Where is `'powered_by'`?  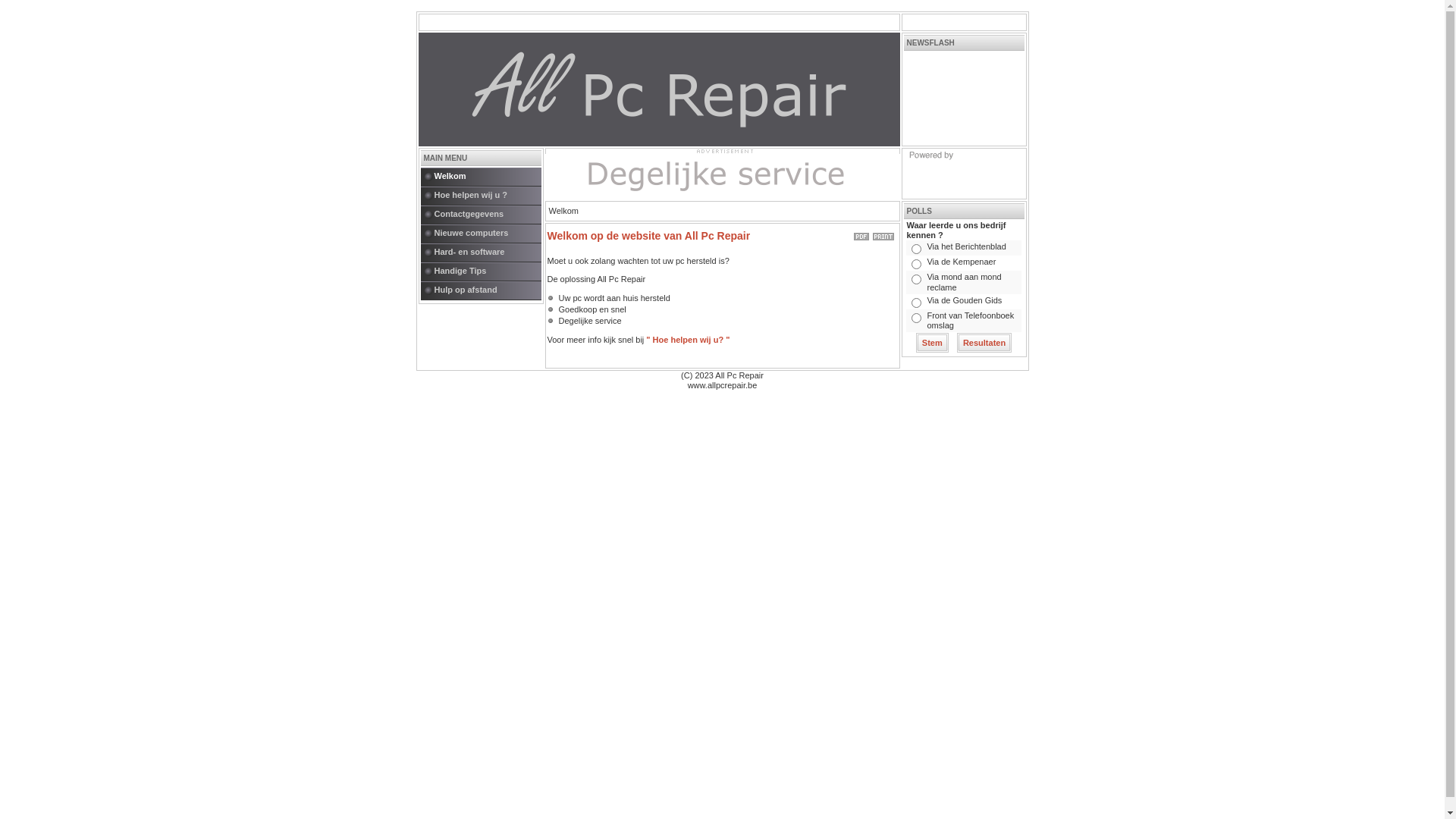
'powered_by' is located at coordinates (962, 172).